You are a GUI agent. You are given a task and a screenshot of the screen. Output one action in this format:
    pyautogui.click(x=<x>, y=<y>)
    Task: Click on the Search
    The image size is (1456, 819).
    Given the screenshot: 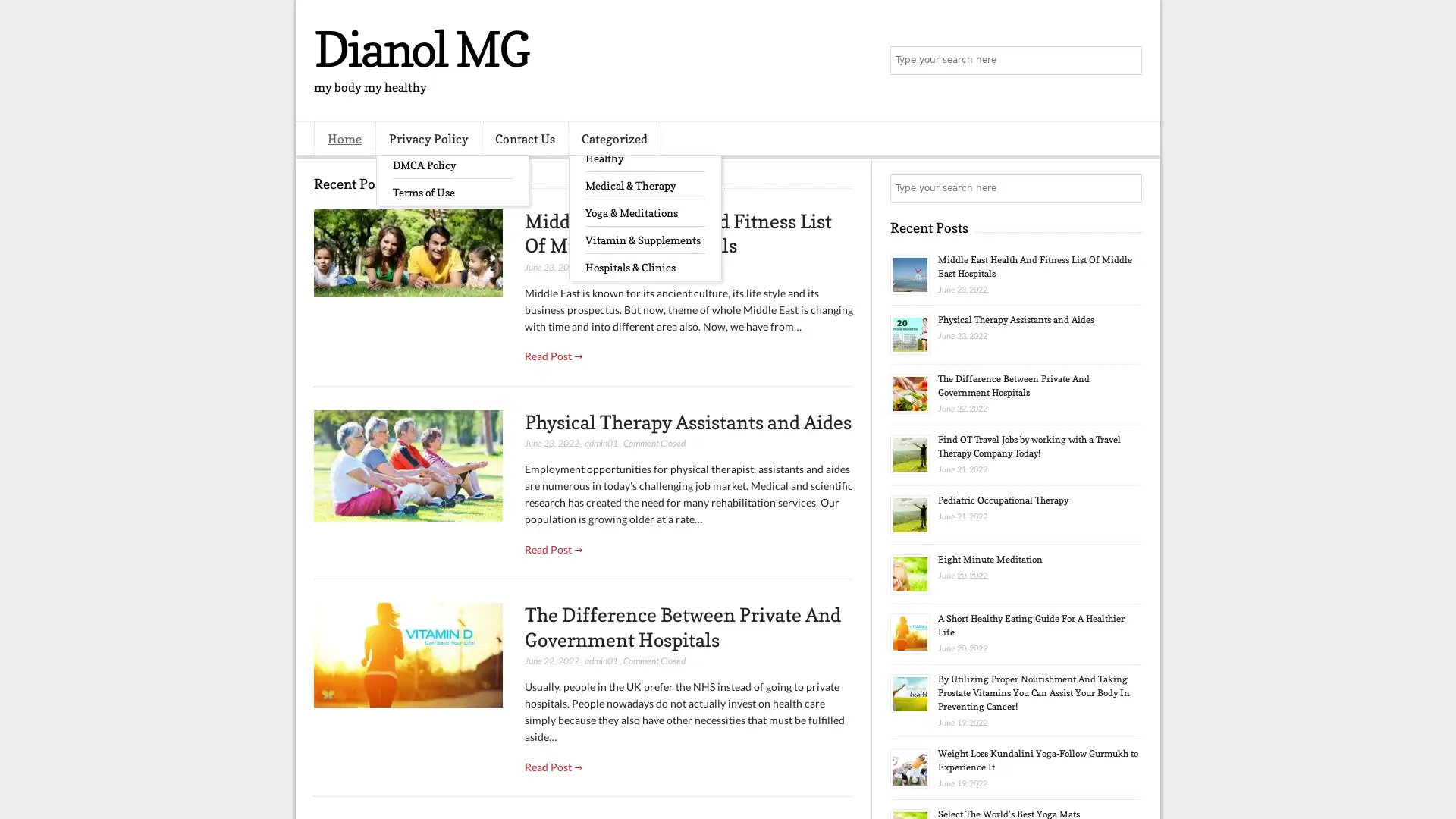 What is the action you would take?
    pyautogui.click(x=1126, y=188)
    